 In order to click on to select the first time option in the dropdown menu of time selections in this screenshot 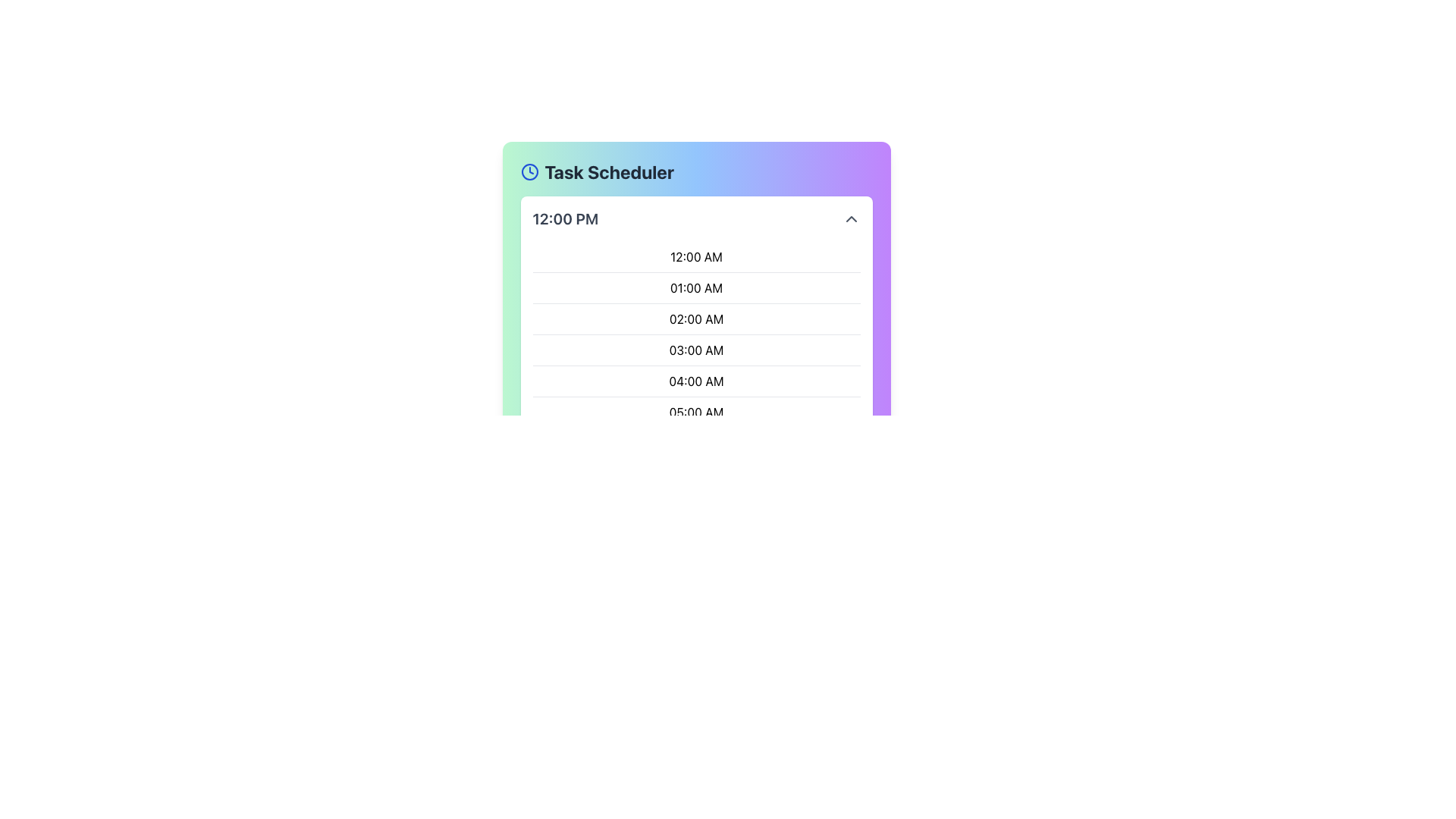, I will do `click(695, 256)`.